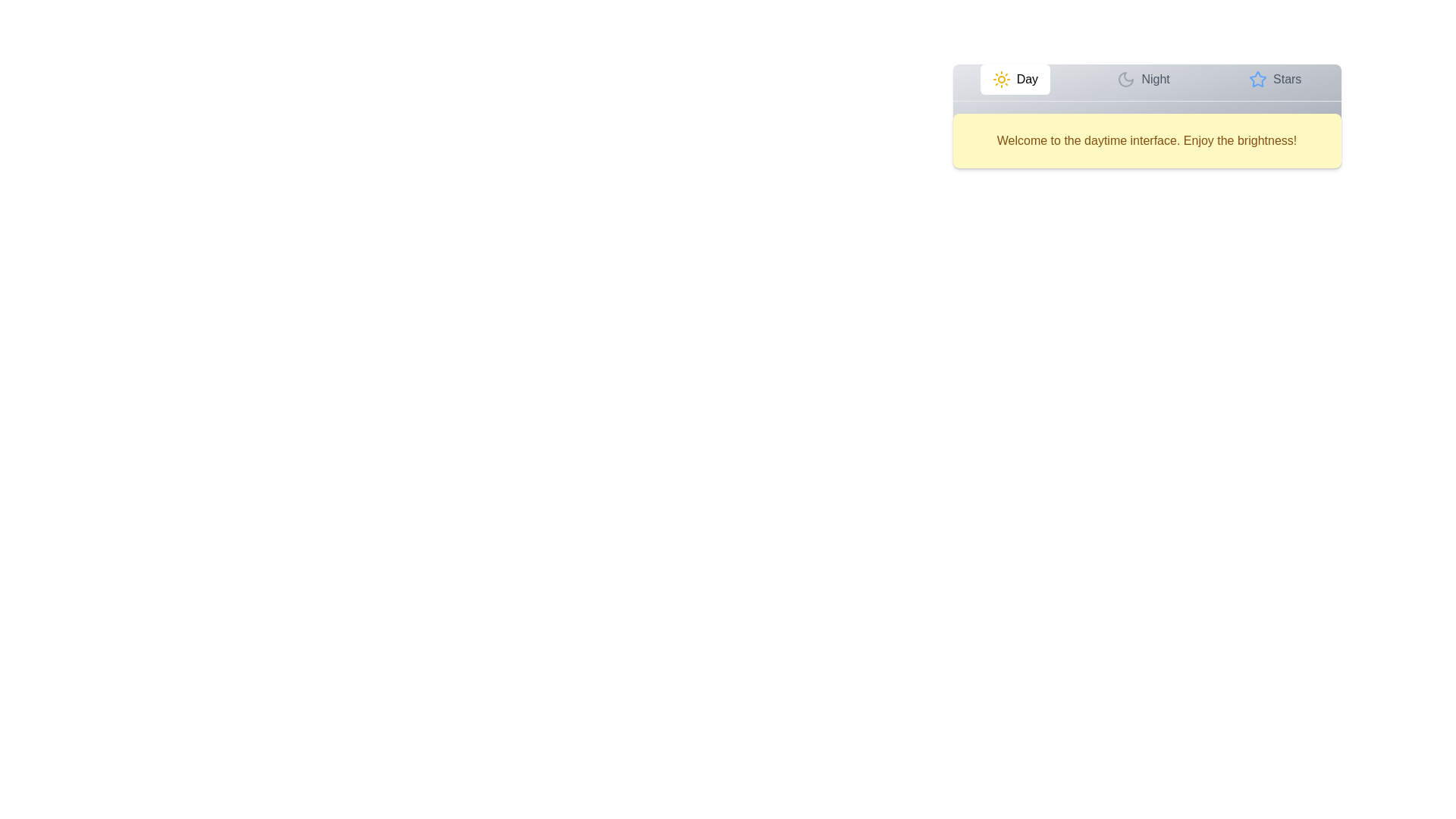 The image size is (1456, 819). I want to click on the button labeled Day to observe its hover effect, so click(1015, 79).